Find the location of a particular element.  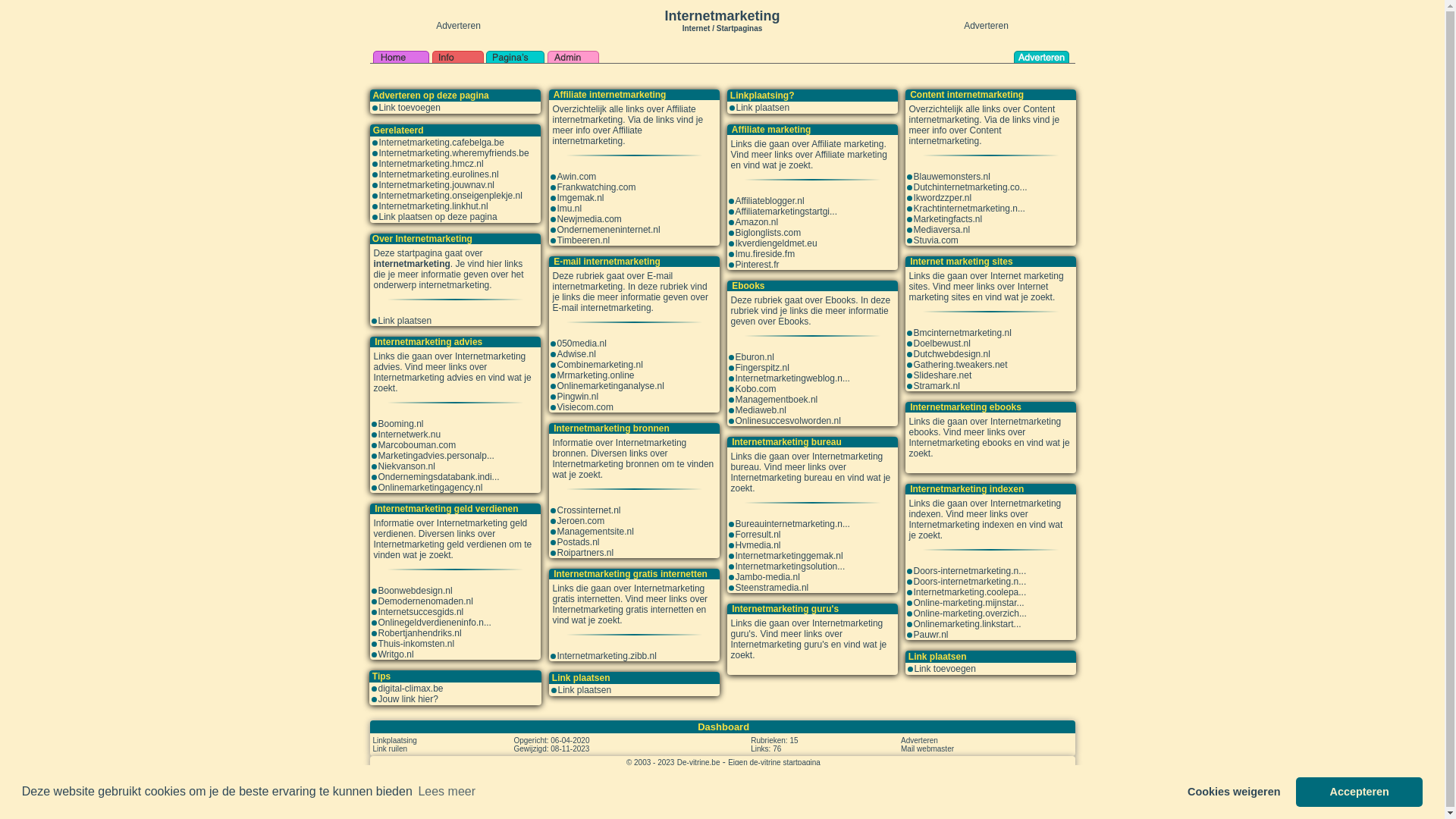

'Ikwordzzper.nl' is located at coordinates (941, 197).